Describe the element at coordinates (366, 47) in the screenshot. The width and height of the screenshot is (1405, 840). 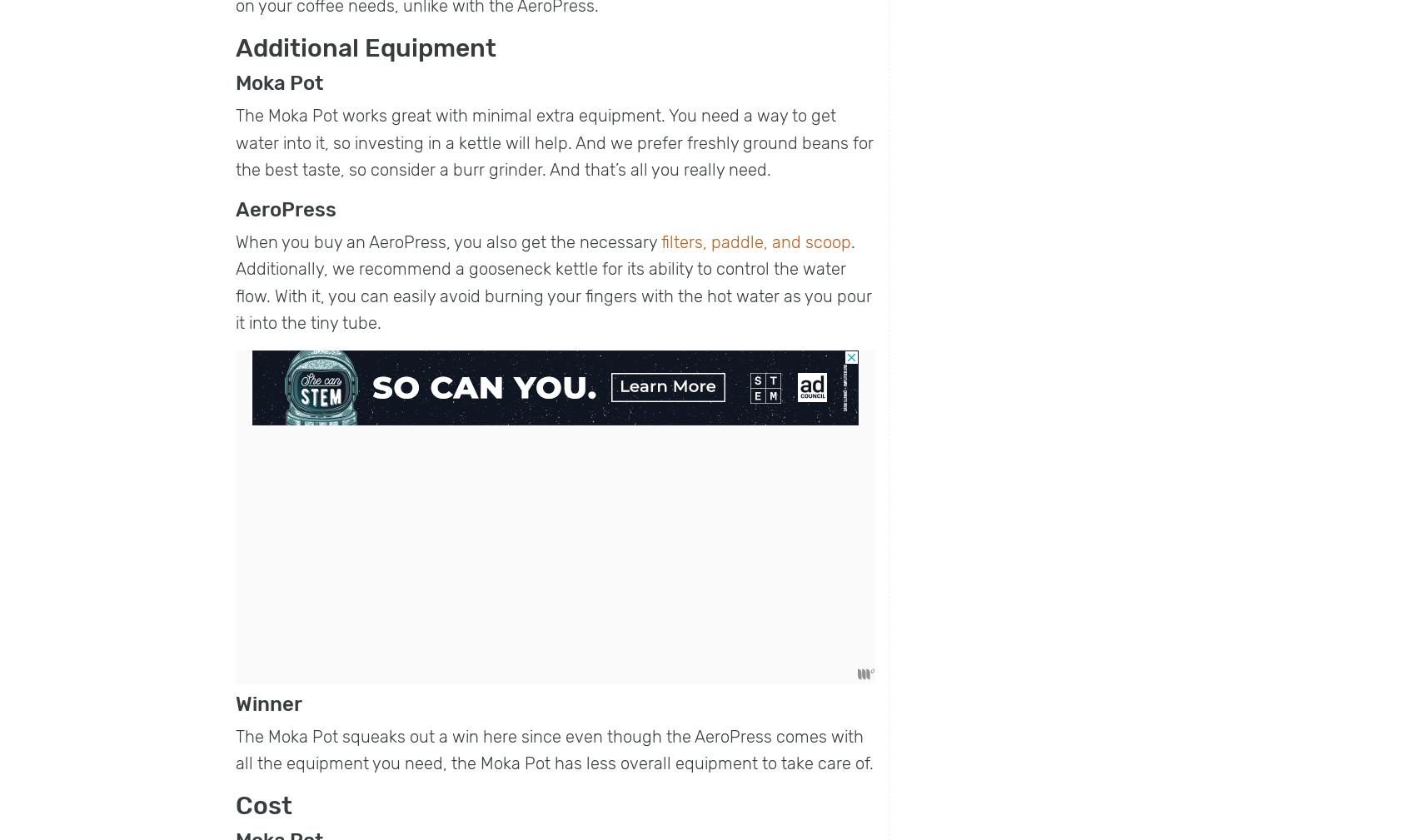
I see `'Additional Equipment'` at that location.